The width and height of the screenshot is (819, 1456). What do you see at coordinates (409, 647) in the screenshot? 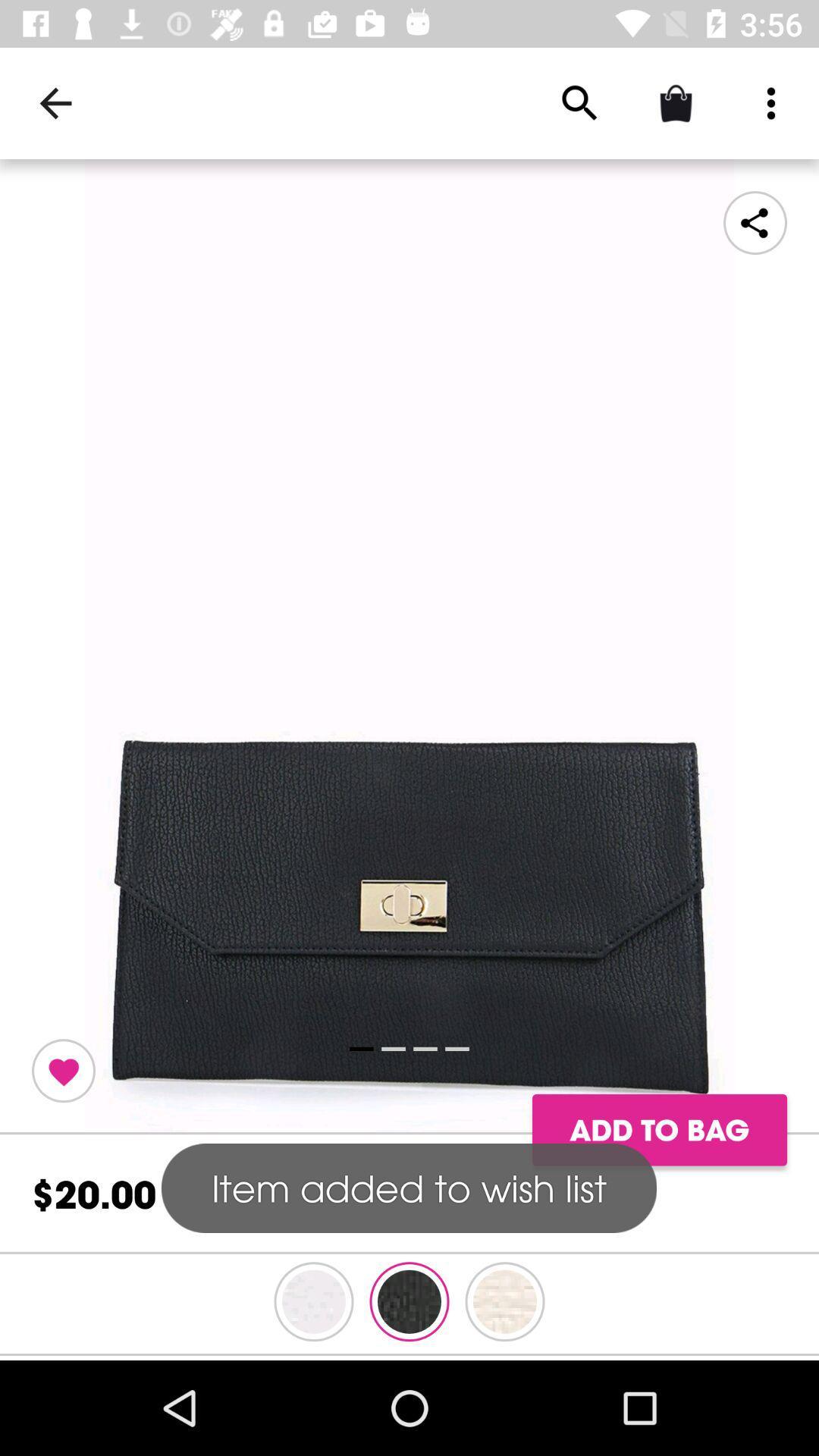
I see `share the article` at bounding box center [409, 647].